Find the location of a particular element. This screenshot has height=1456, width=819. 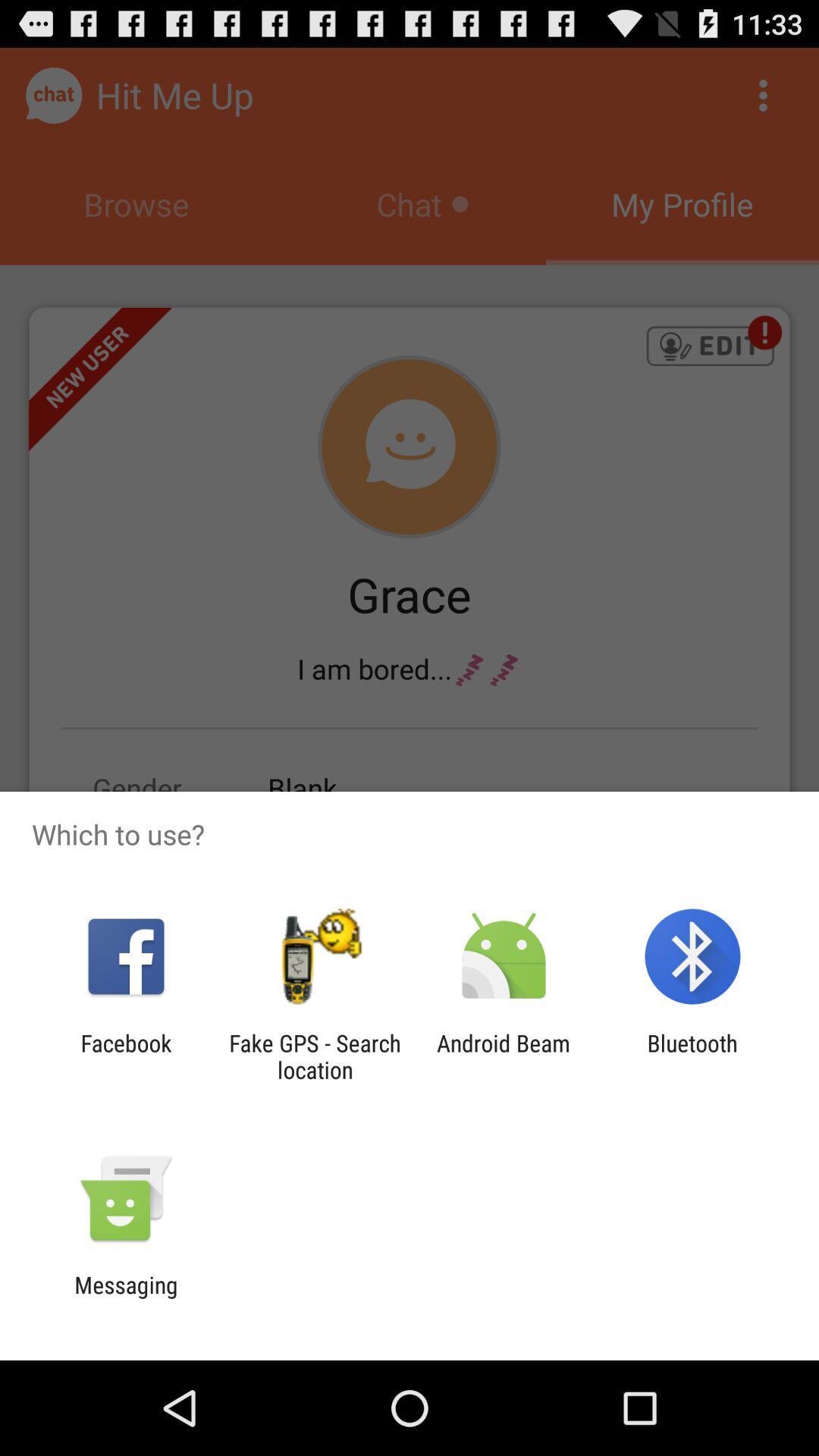

the app to the right of facebook app is located at coordinates (314, 1056).